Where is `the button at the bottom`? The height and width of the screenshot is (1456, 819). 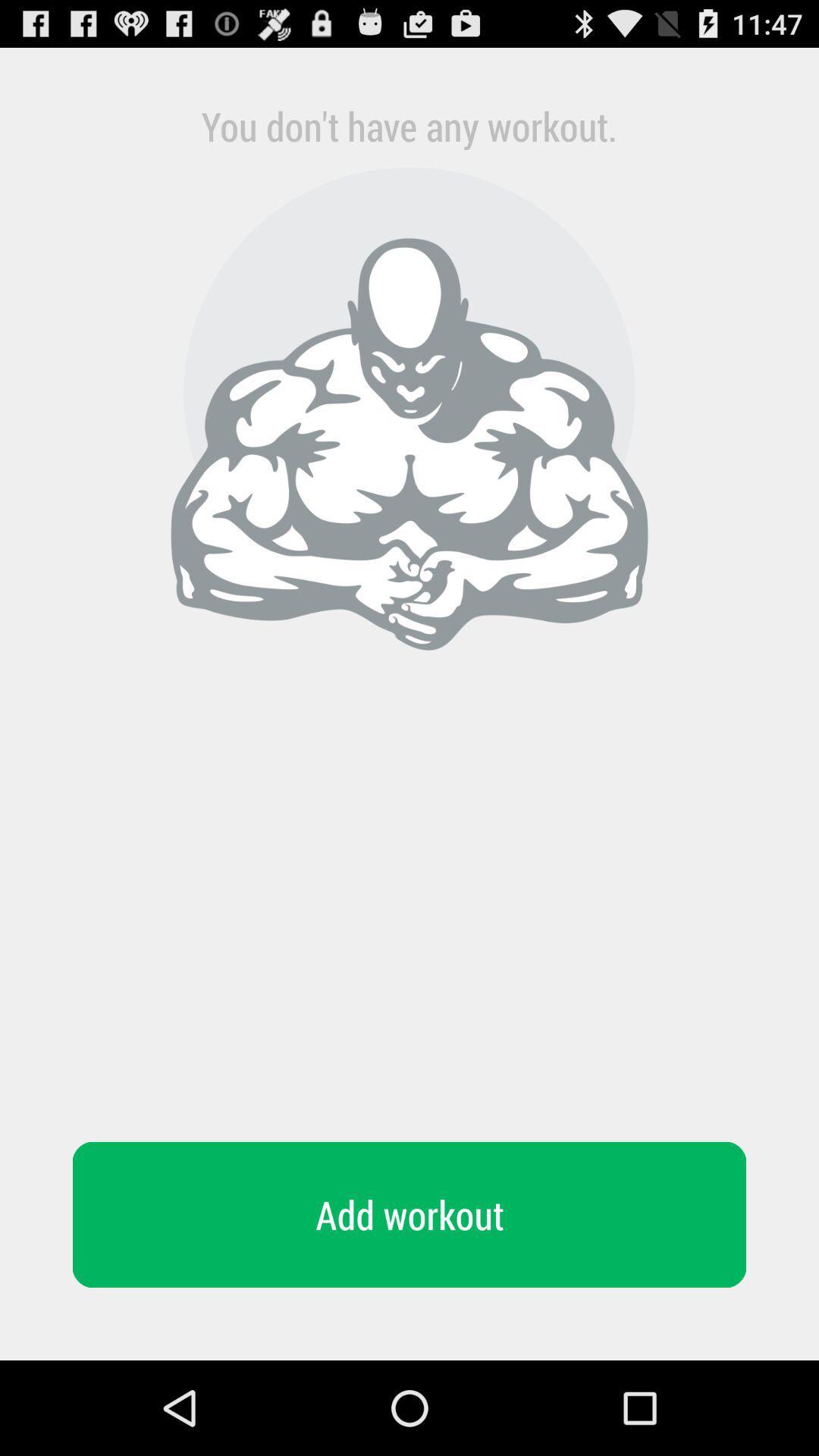
the button at the bottom is located at coordinates (409, 1215).